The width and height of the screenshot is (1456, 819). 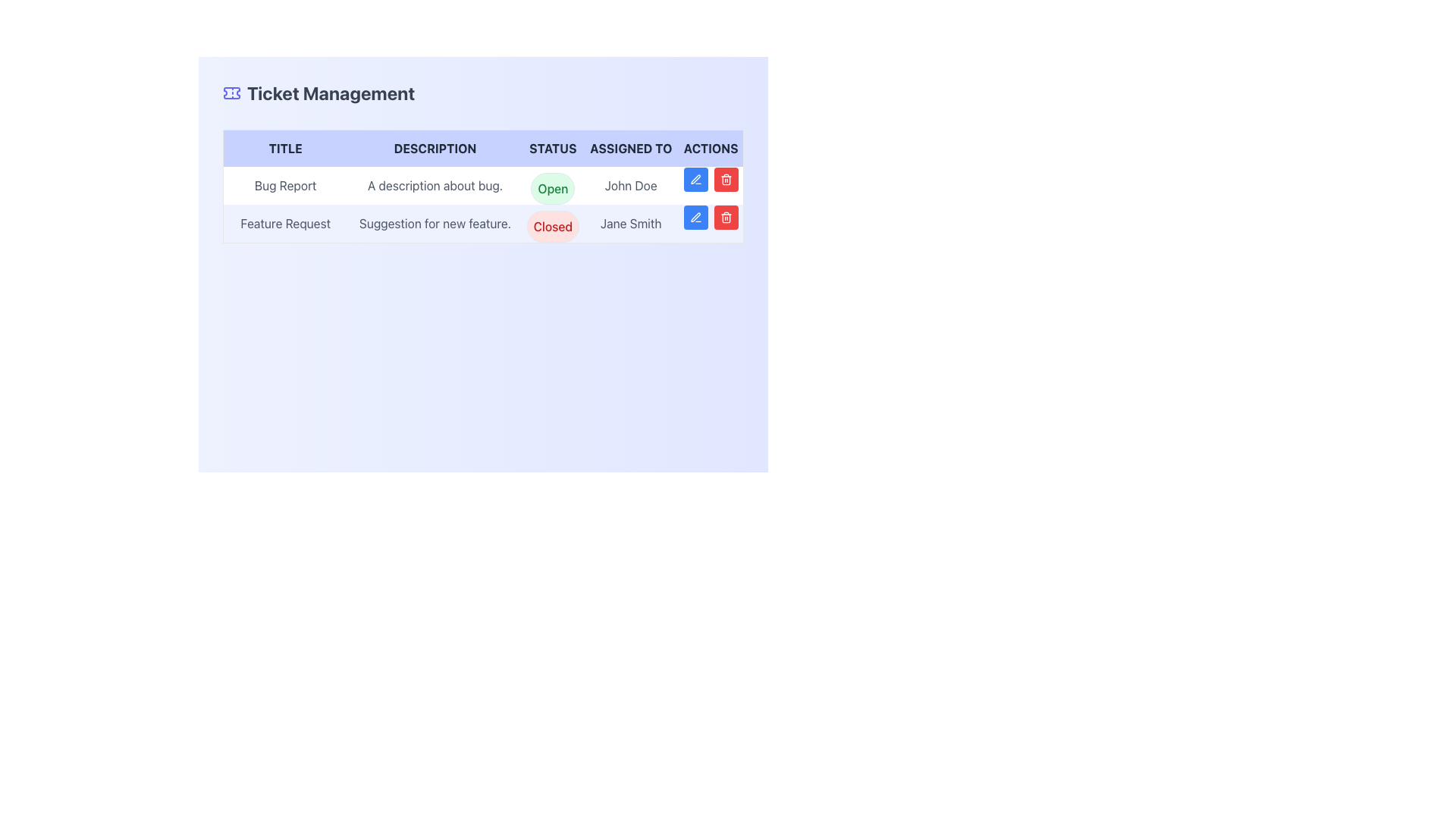 I want to click on the label displaying 'John Doe' in the 'Assigned To' column of the table layout, which is positioned in the first row and adjacent to the 'Open' status badge, so click(x=631, y=184).